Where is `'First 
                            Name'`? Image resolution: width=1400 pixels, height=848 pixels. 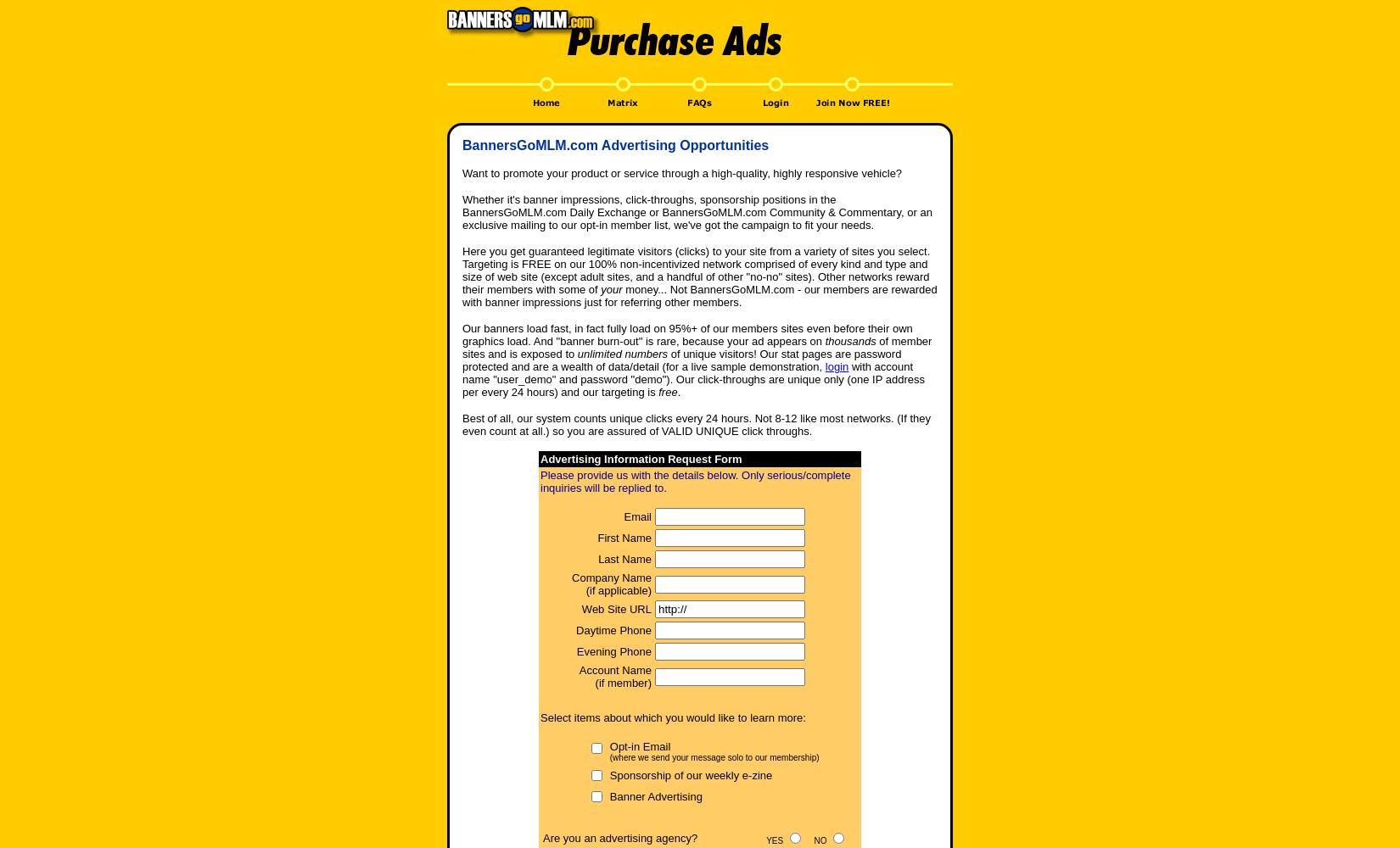
'First 
                            Name' is located at coordinates (624, 538).